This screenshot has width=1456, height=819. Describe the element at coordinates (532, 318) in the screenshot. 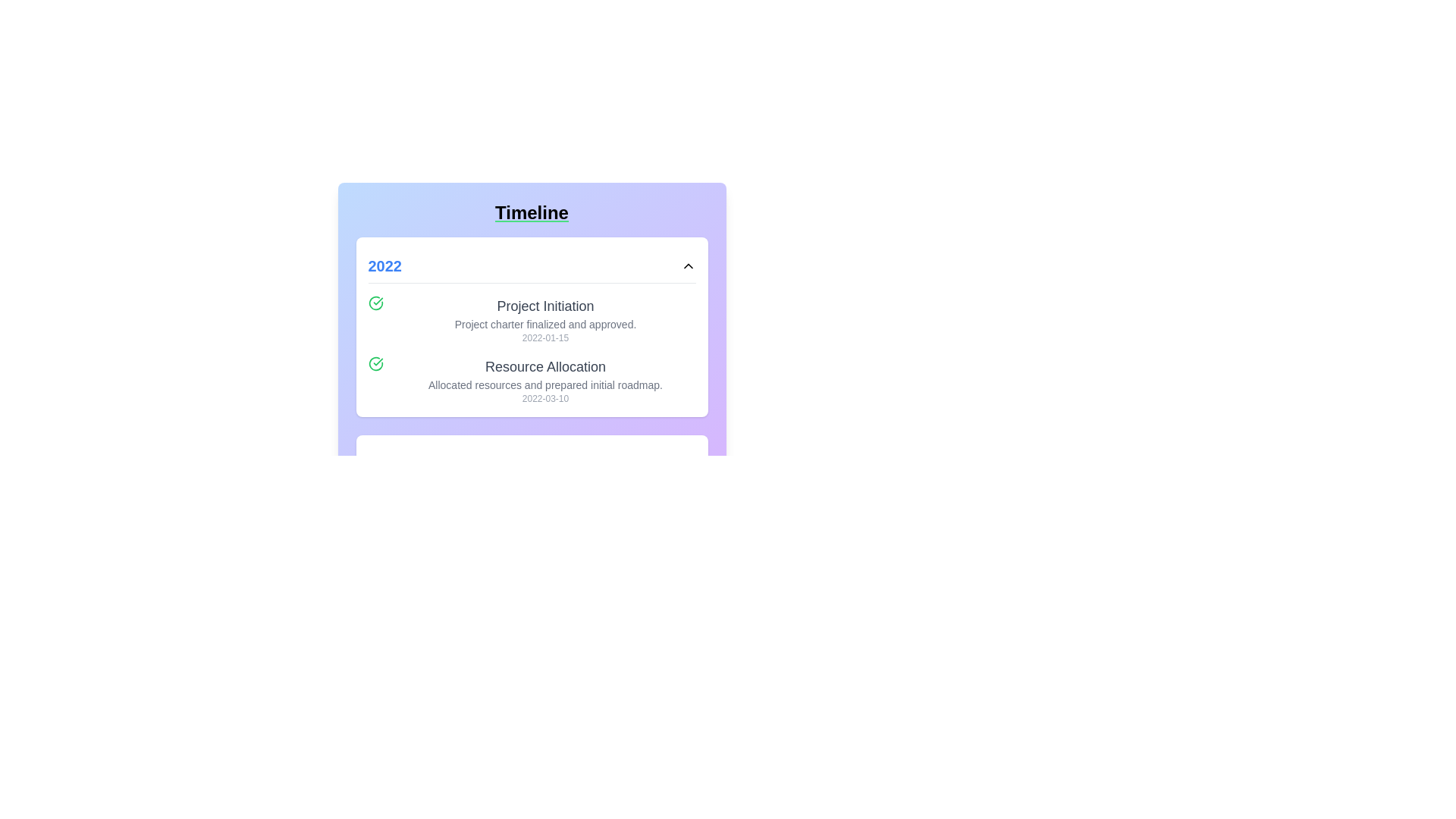

I see `the first milestone entry in the timeline, located beneath the '2022' header` at that location.